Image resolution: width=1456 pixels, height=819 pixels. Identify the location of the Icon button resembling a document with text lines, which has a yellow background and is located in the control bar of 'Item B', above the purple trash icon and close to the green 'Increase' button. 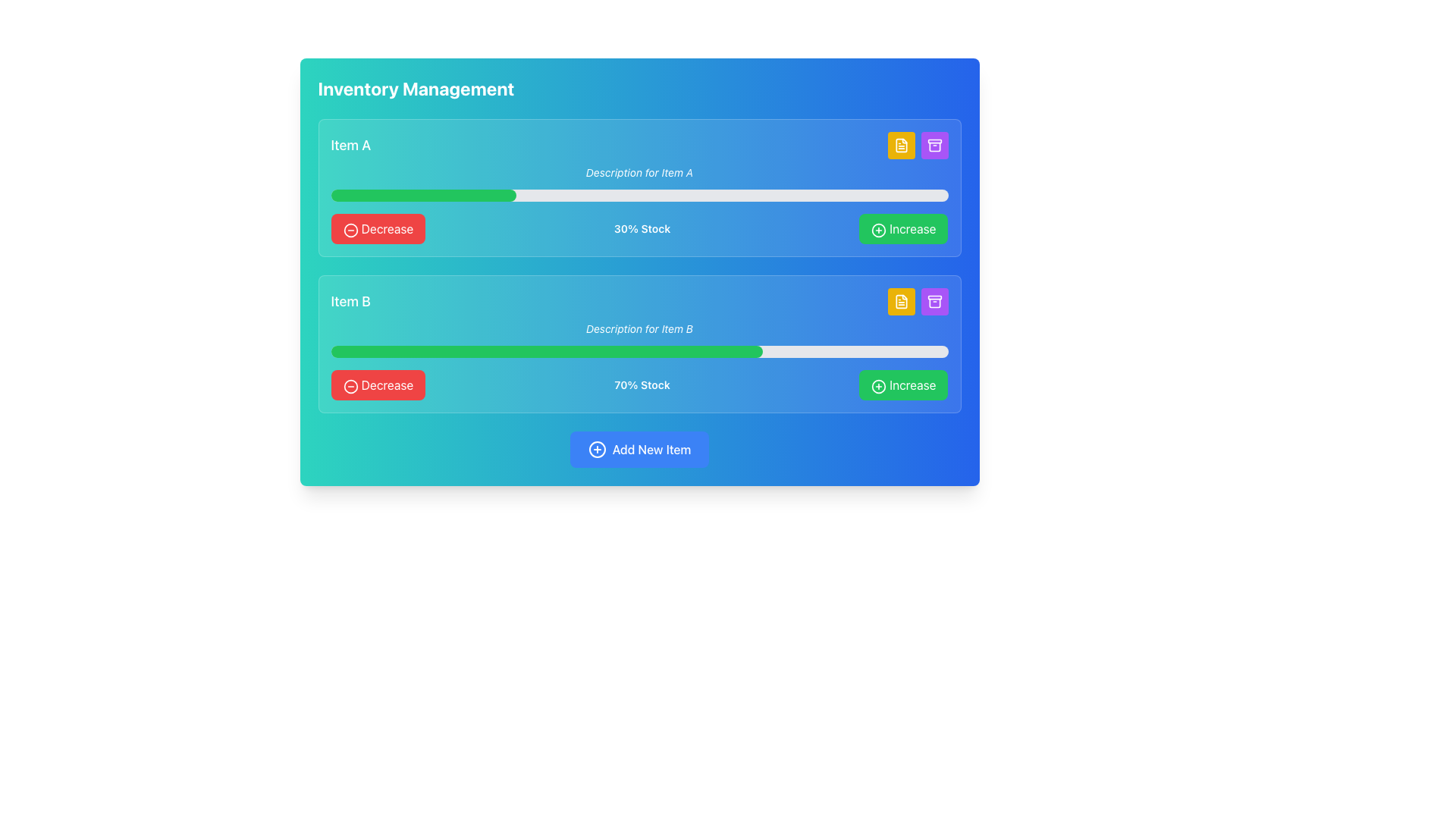
(901, 301).